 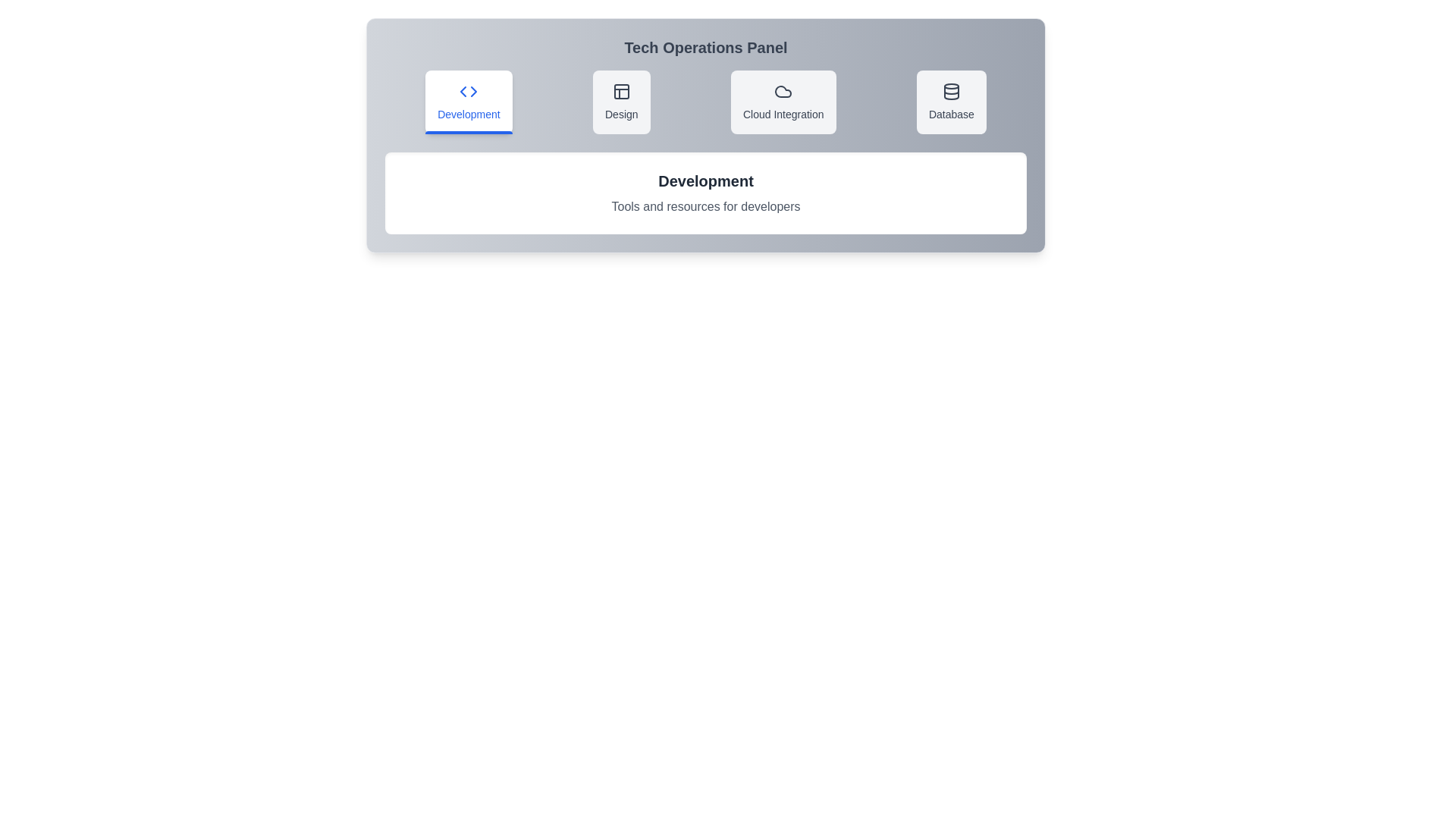 I want to click on the Database tab to observe its hover effect, so click(x=950, y=102).